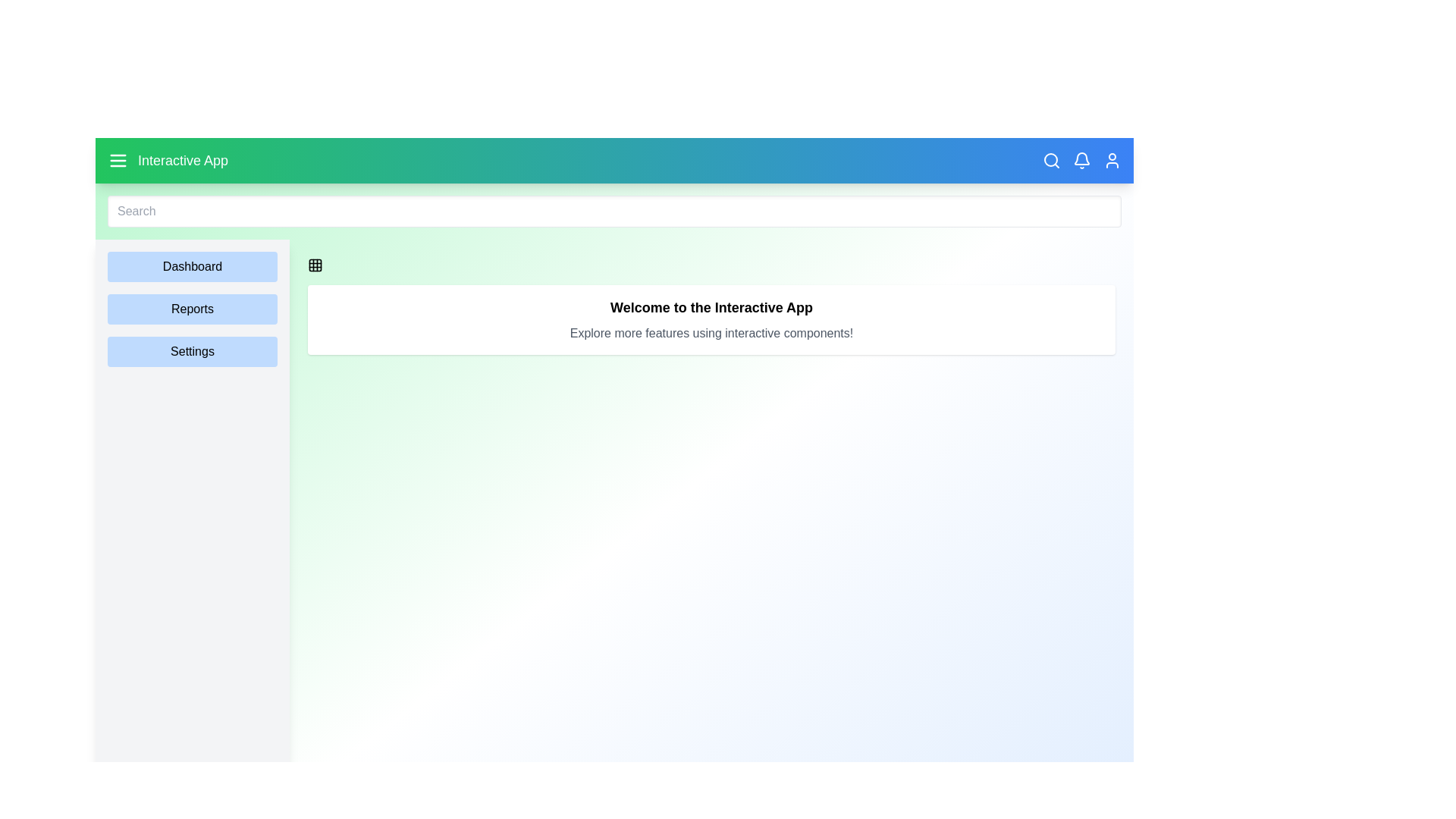  What do you see at coordinates (1051, 161) in the screenshot?
I see `the search icon in the navigation bar to toggle the search bar visibility` at bounding box center [1051, 161].